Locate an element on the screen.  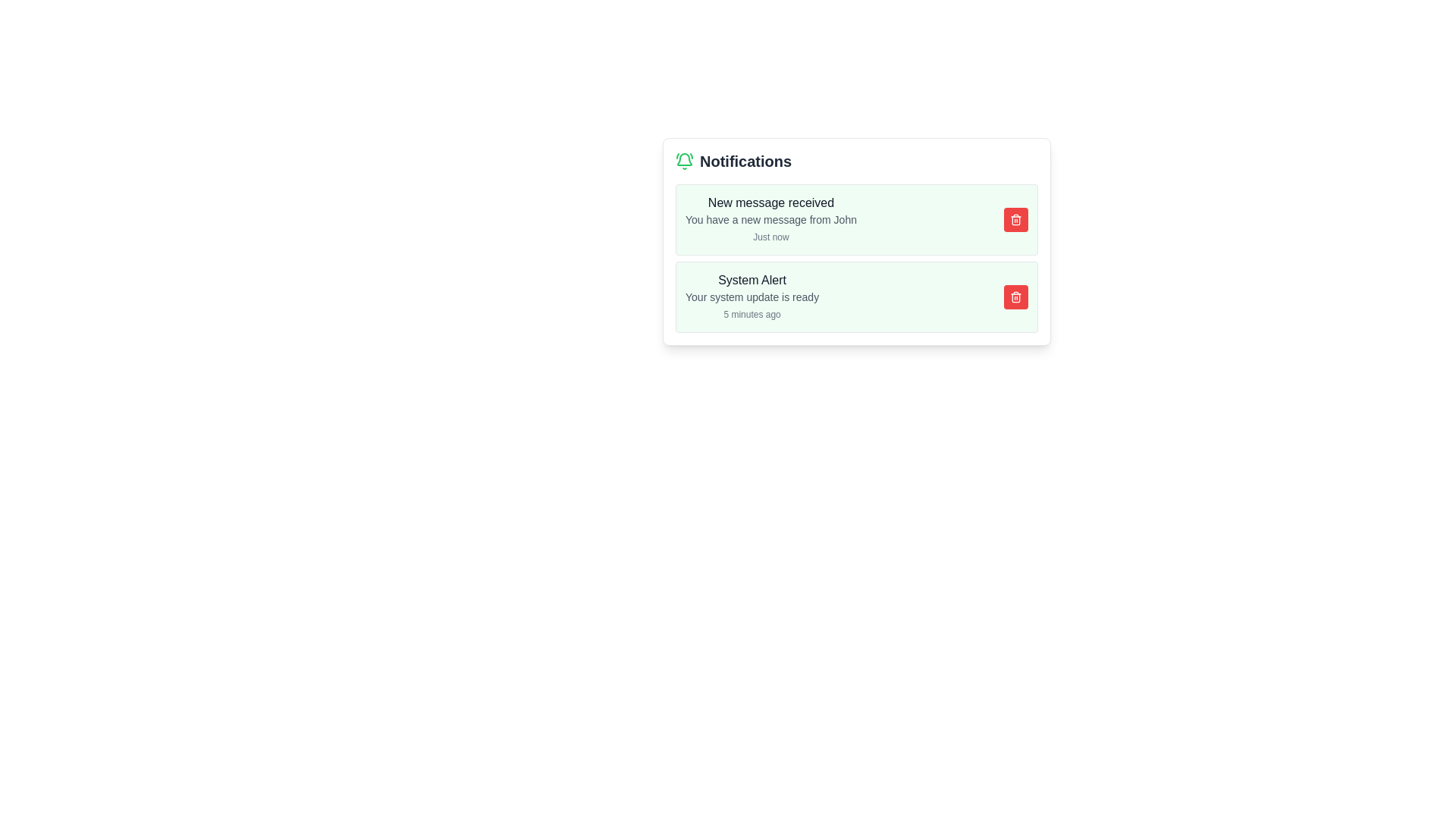
the informational Text label indicating a system update ready, located within the notification card below 'System Alert' and above '5 minutes ago' is located at coordinates (752, 297).